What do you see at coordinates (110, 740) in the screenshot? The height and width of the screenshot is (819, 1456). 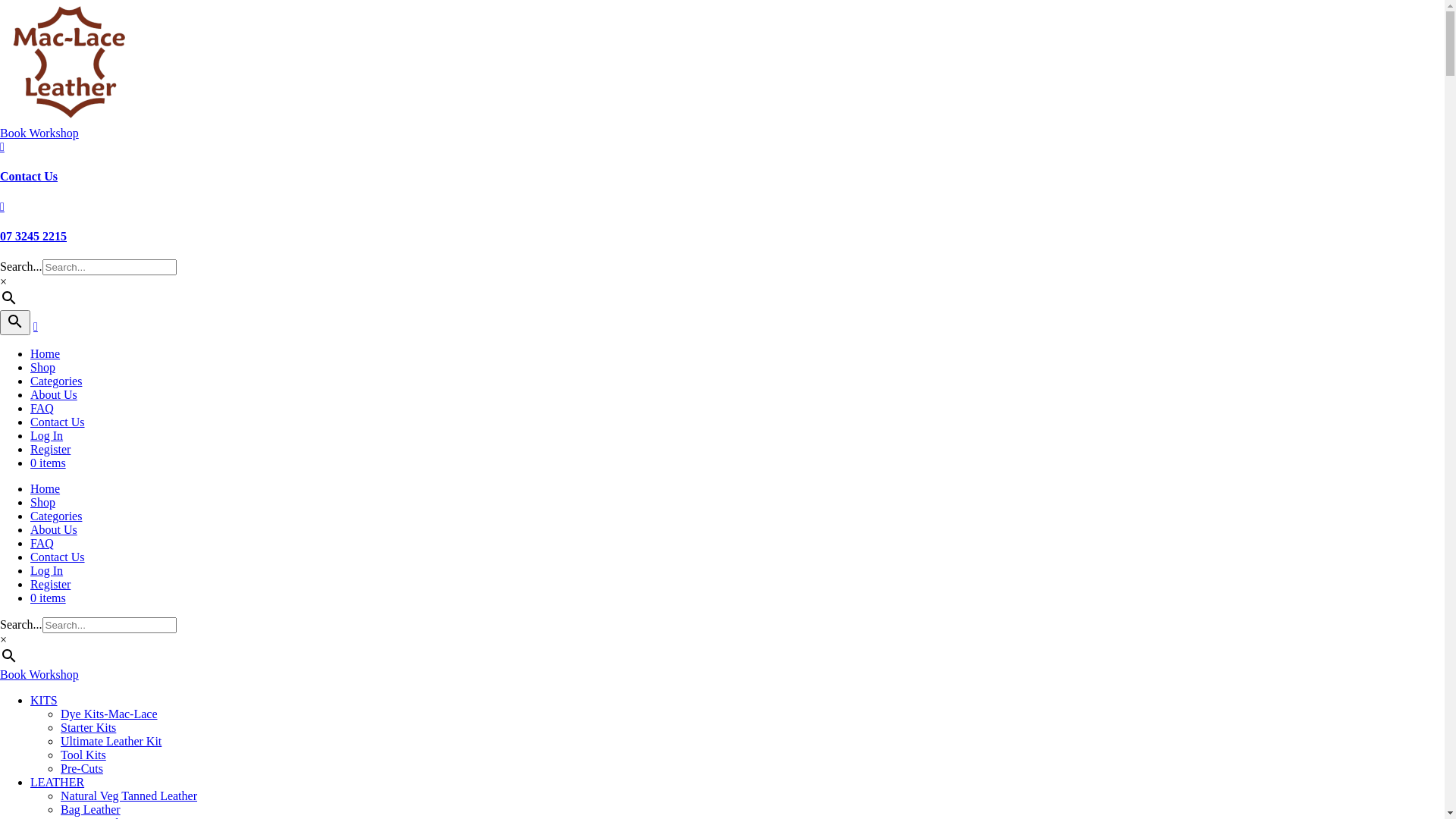 I see `'Ultimate Leather Kit'` at bounding box center [110, 740].